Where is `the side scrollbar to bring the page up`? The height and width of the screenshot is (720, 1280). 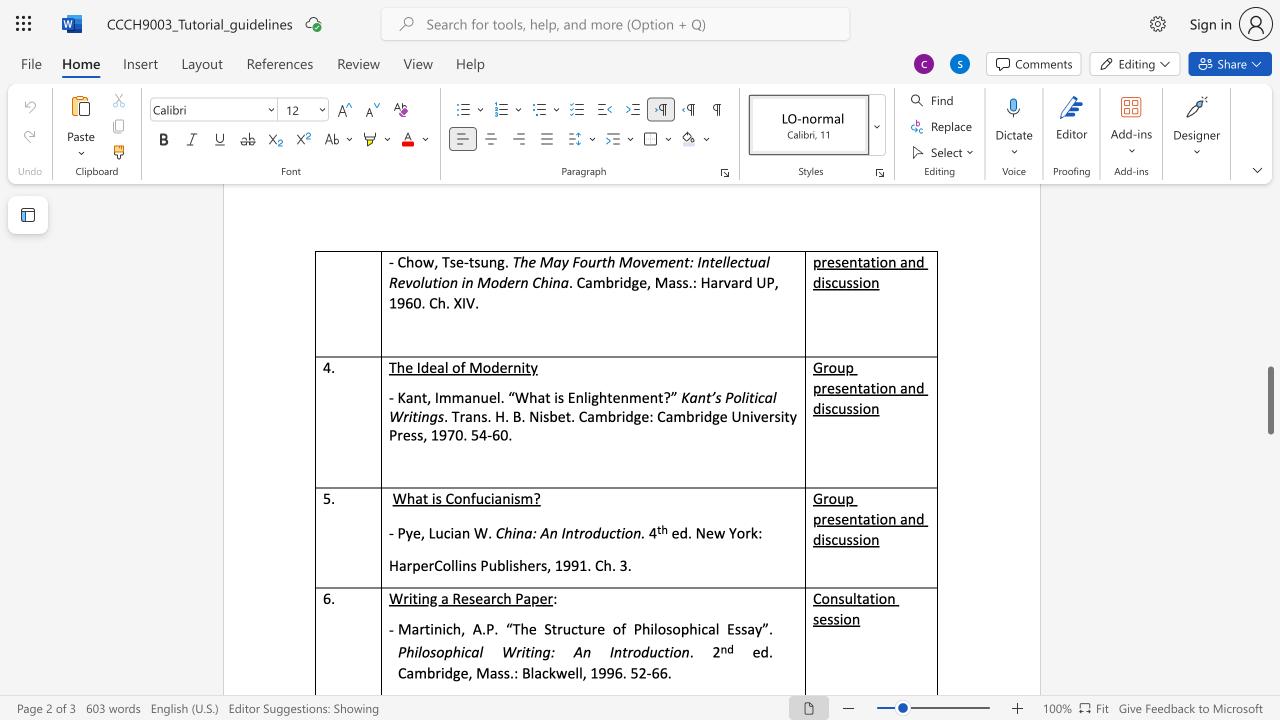 the side scrollbar to bring the page up is located at coordinates (1269, 310).